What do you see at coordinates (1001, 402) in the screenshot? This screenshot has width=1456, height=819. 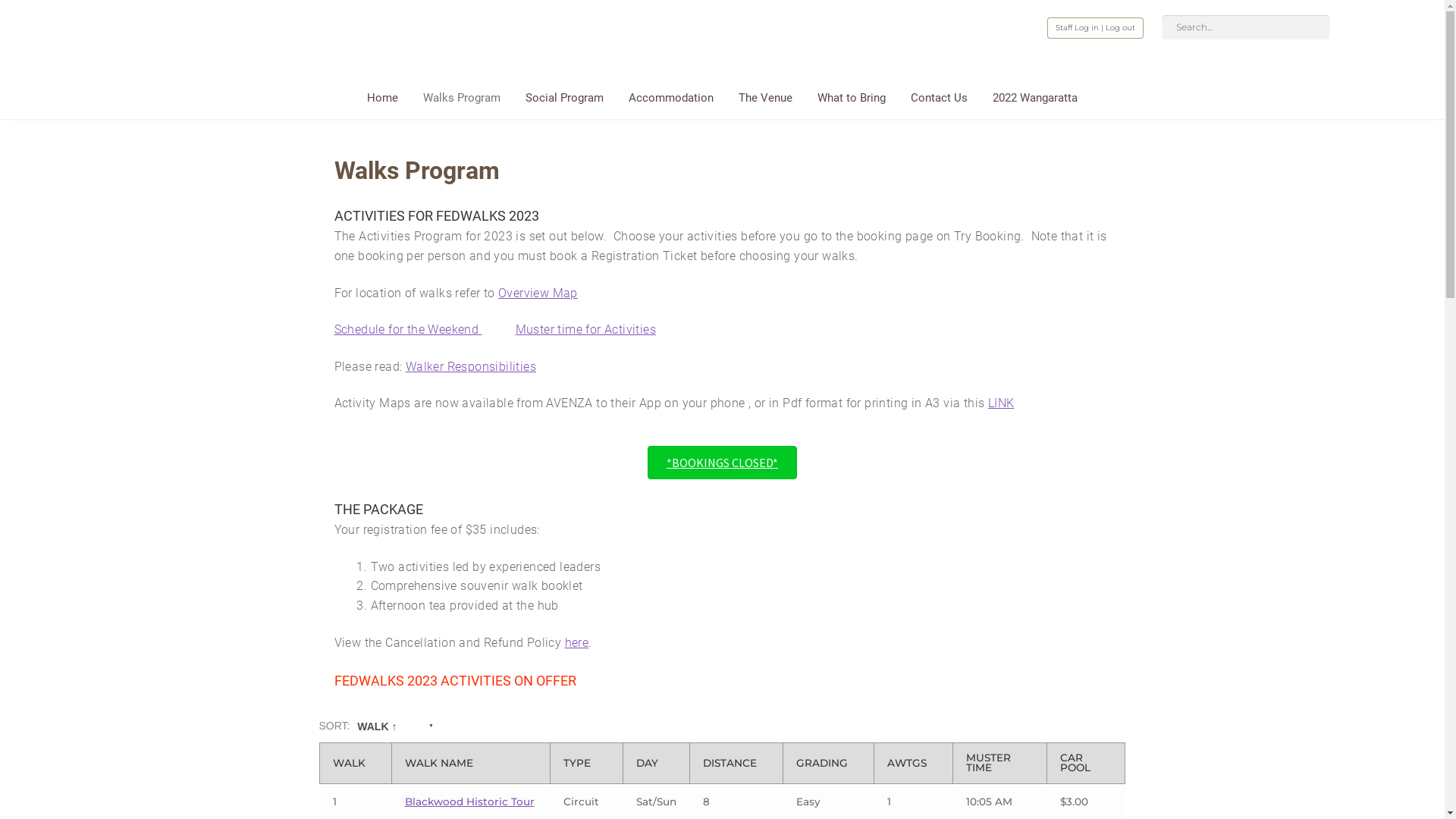 I see `'LINK'` at bounding box center [1001, 402].